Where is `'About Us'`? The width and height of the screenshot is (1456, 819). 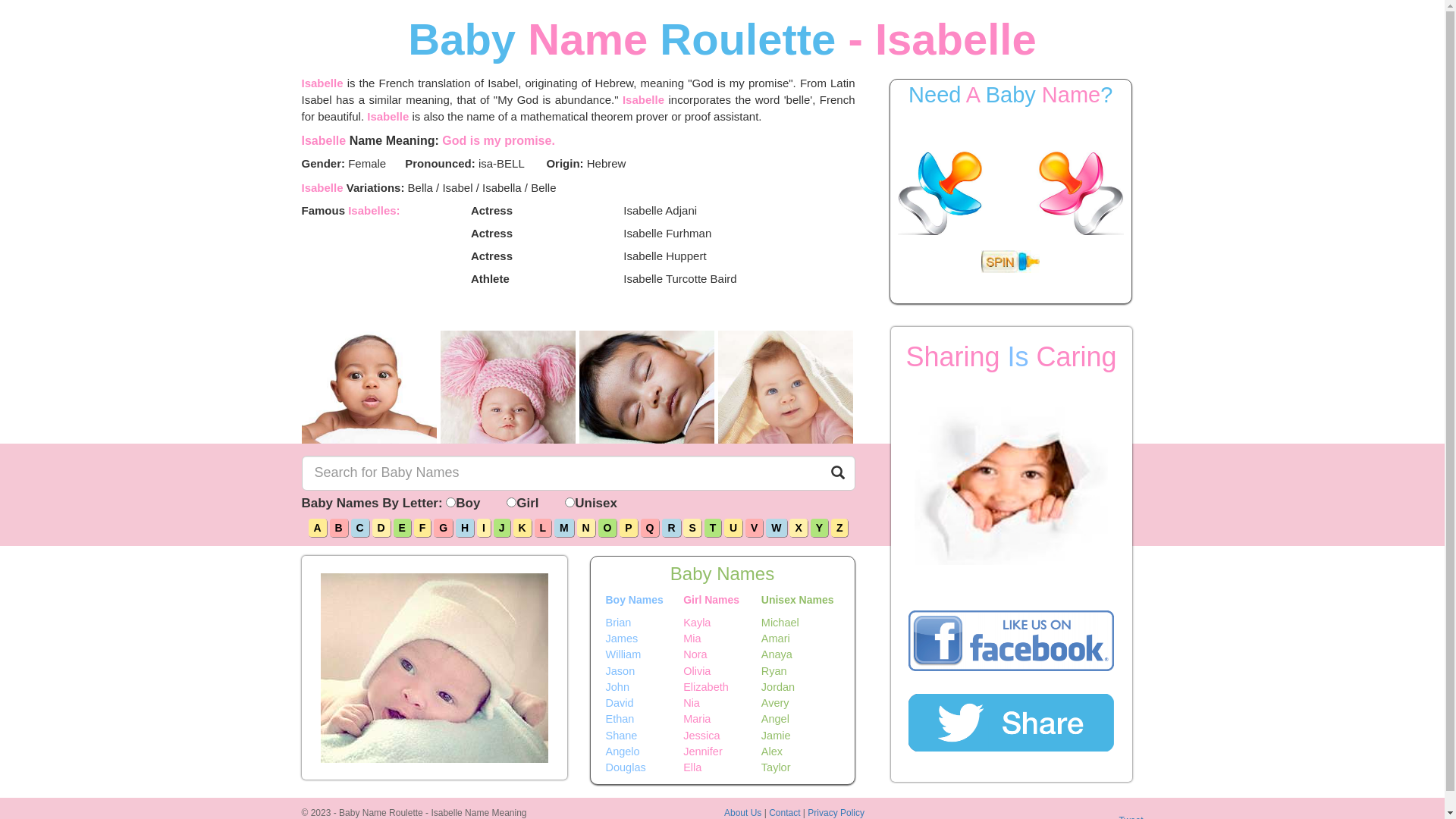
'About Us' is located at coordinates (742, 812).